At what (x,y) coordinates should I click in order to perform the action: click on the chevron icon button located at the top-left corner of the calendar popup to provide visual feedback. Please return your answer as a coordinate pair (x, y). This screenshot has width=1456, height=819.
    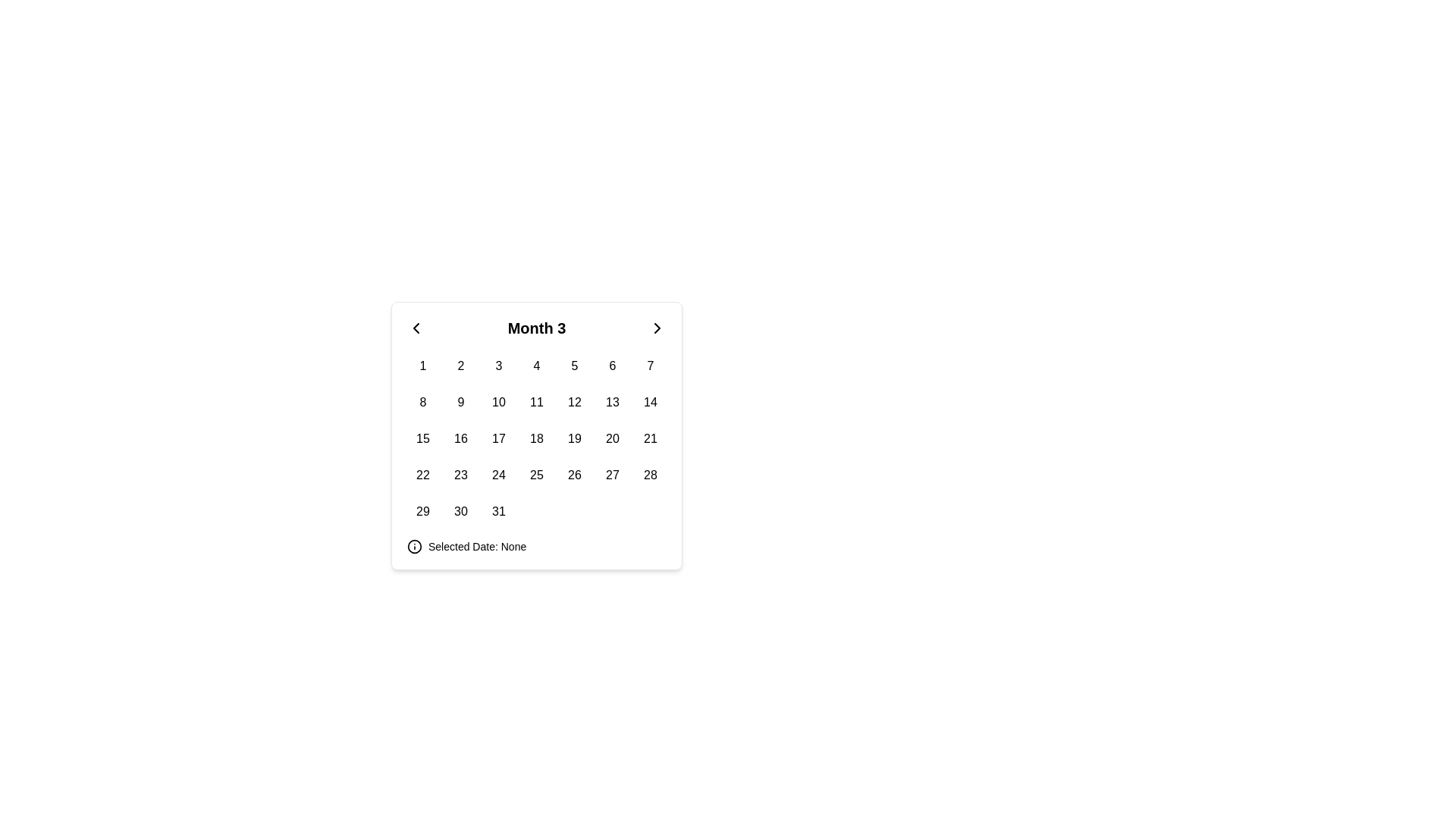
    Looking at the image, I should click on (416, 327).